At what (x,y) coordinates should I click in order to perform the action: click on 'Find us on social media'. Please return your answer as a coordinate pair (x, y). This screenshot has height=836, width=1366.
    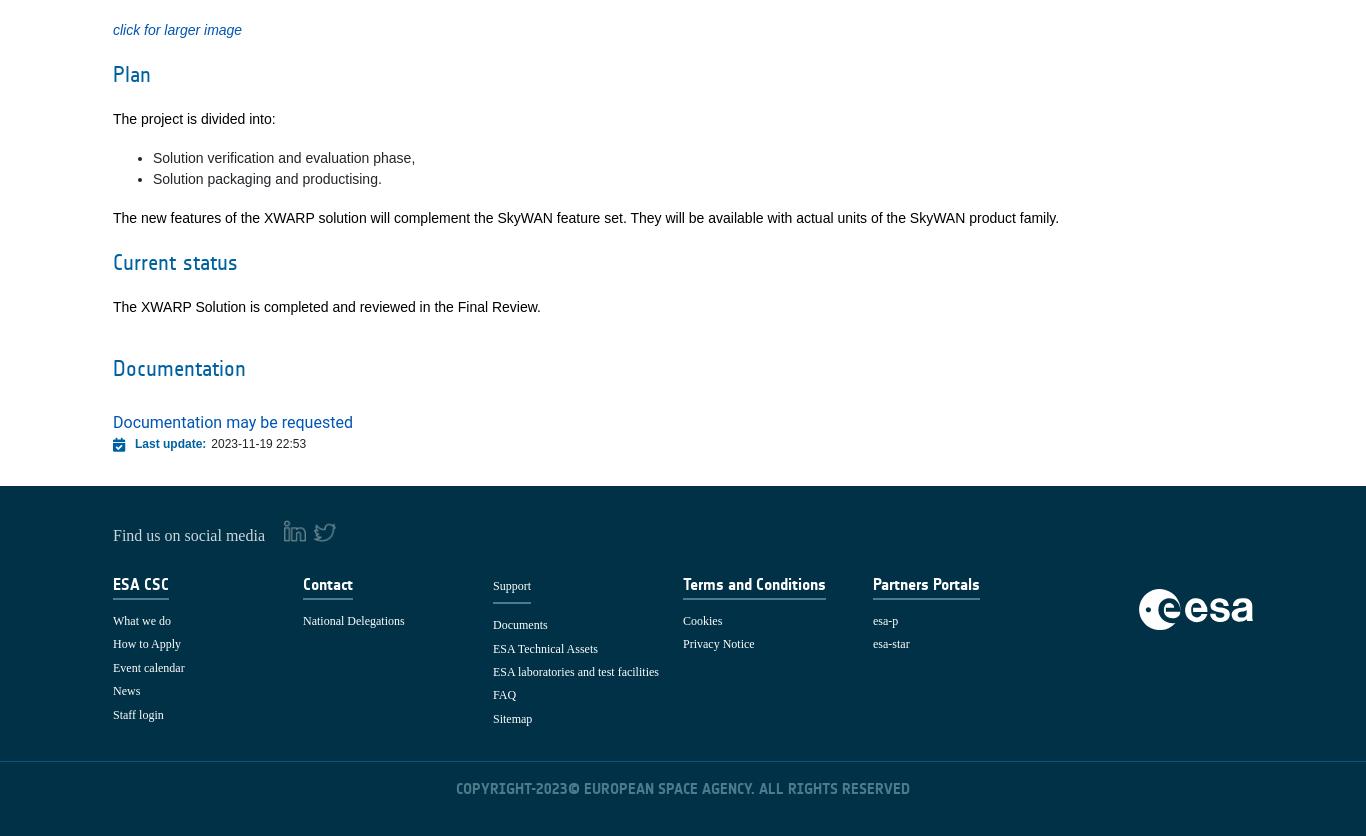
    Looking at the image, I should click on (189, 533).